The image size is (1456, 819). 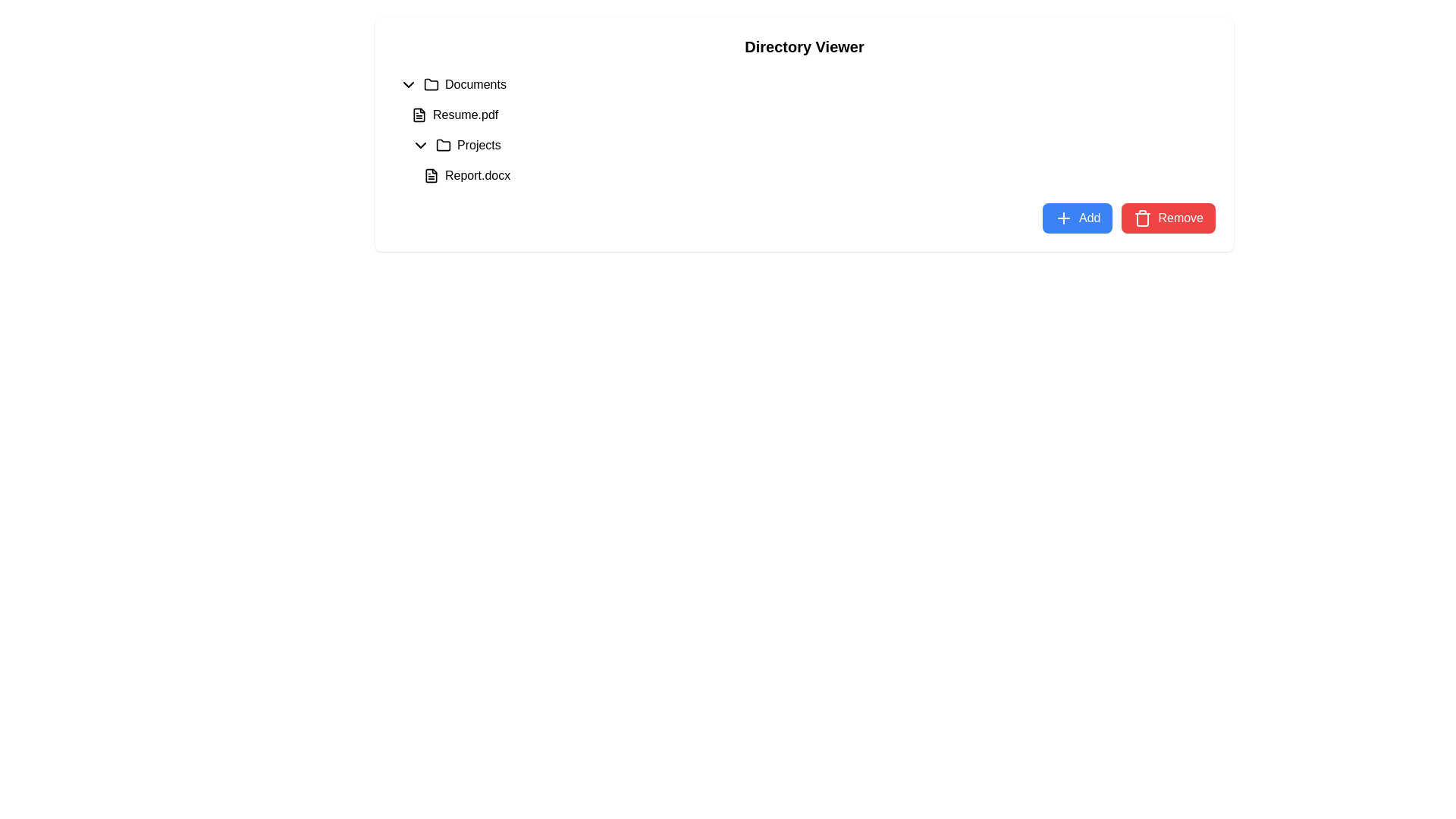 I want to click on the 'Projects' text label, which is a subitem under the expandable 'Documents' folder in a hierarchical navigation structure, so click(x=478, y=146).